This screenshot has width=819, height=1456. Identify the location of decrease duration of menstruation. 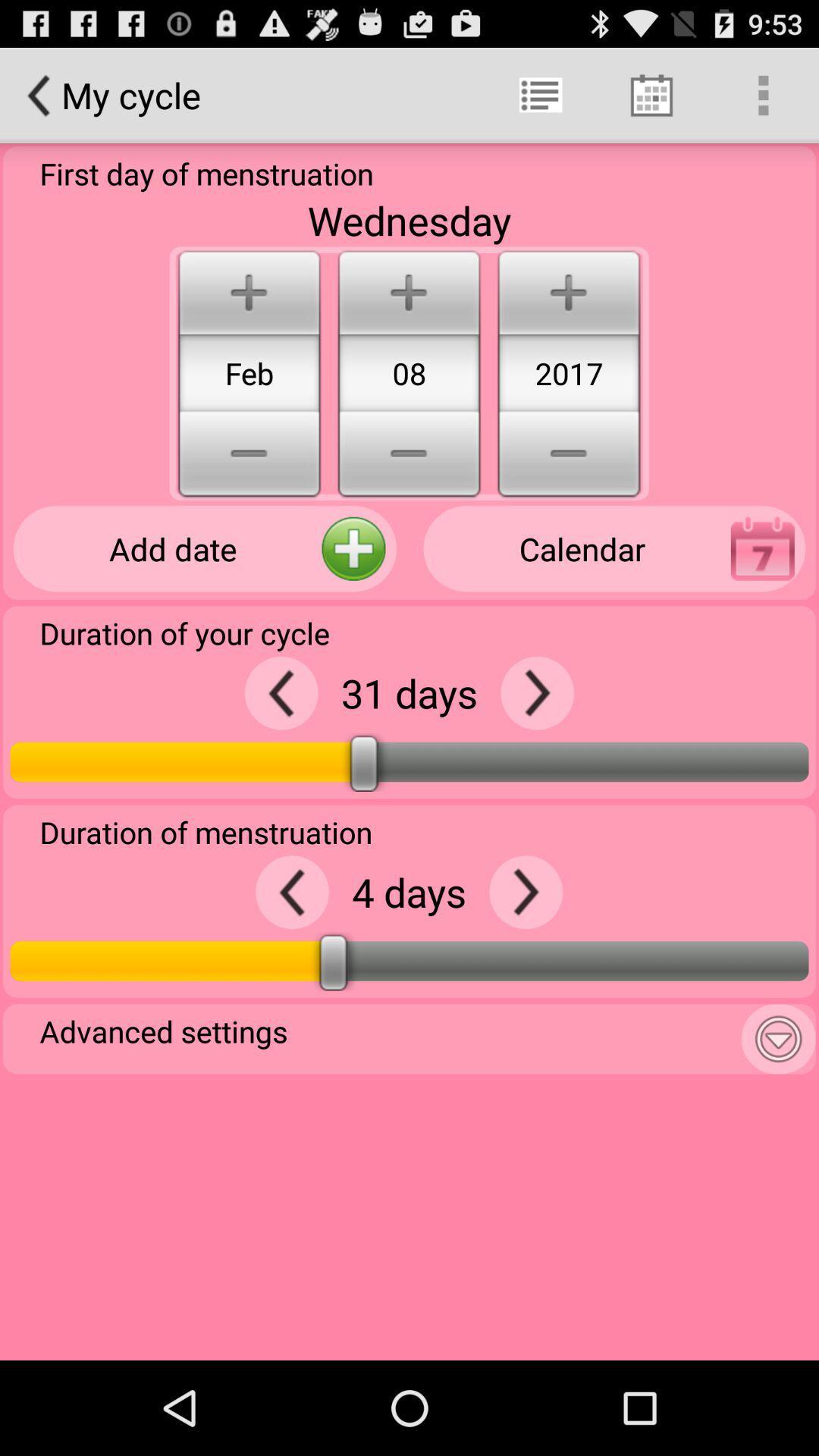
(292, 892).